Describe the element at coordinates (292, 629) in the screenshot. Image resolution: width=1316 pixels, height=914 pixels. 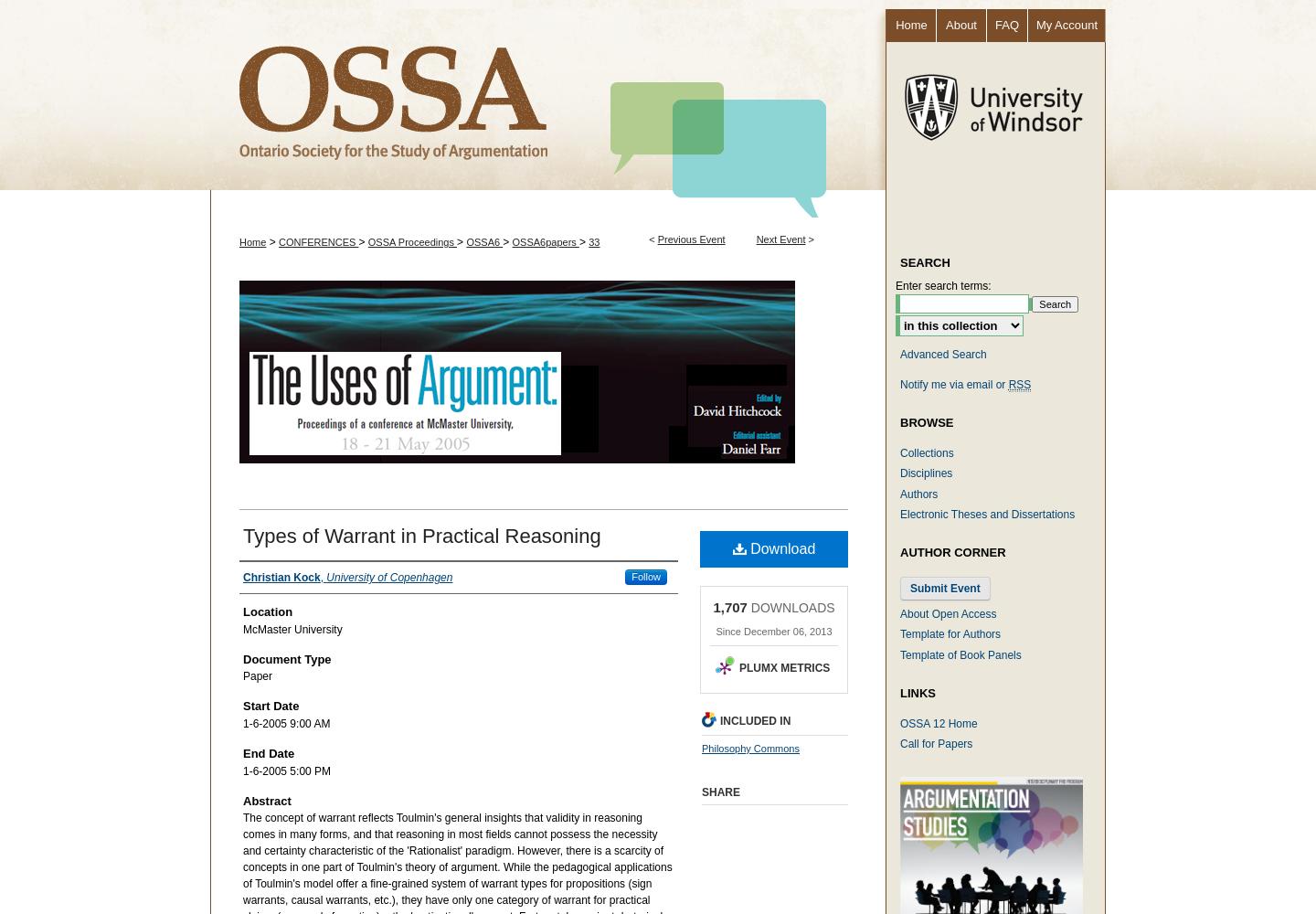
I see `'McMaster University'` at that location.